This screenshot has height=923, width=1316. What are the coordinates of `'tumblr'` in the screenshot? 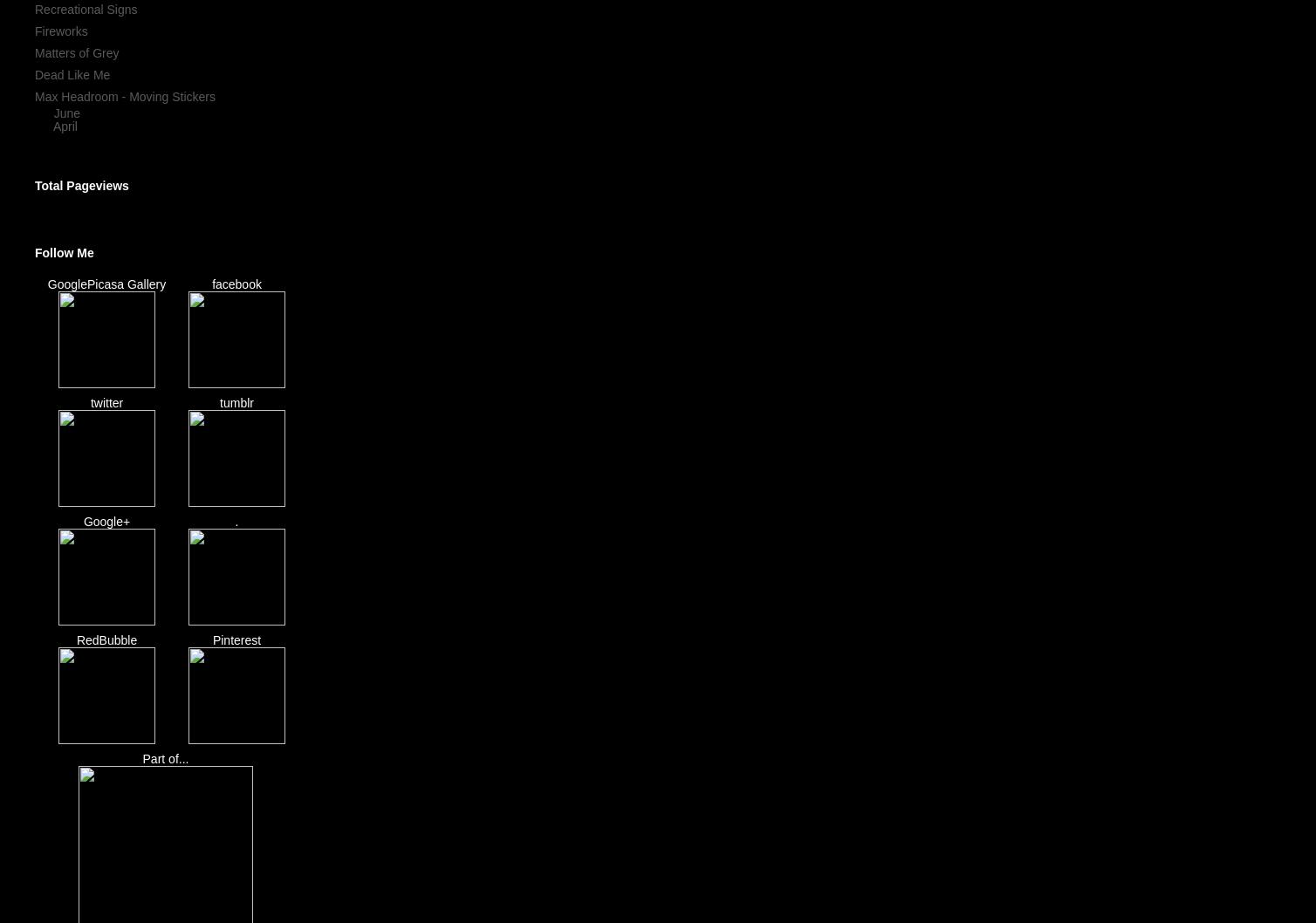 It's located at (218, 402).